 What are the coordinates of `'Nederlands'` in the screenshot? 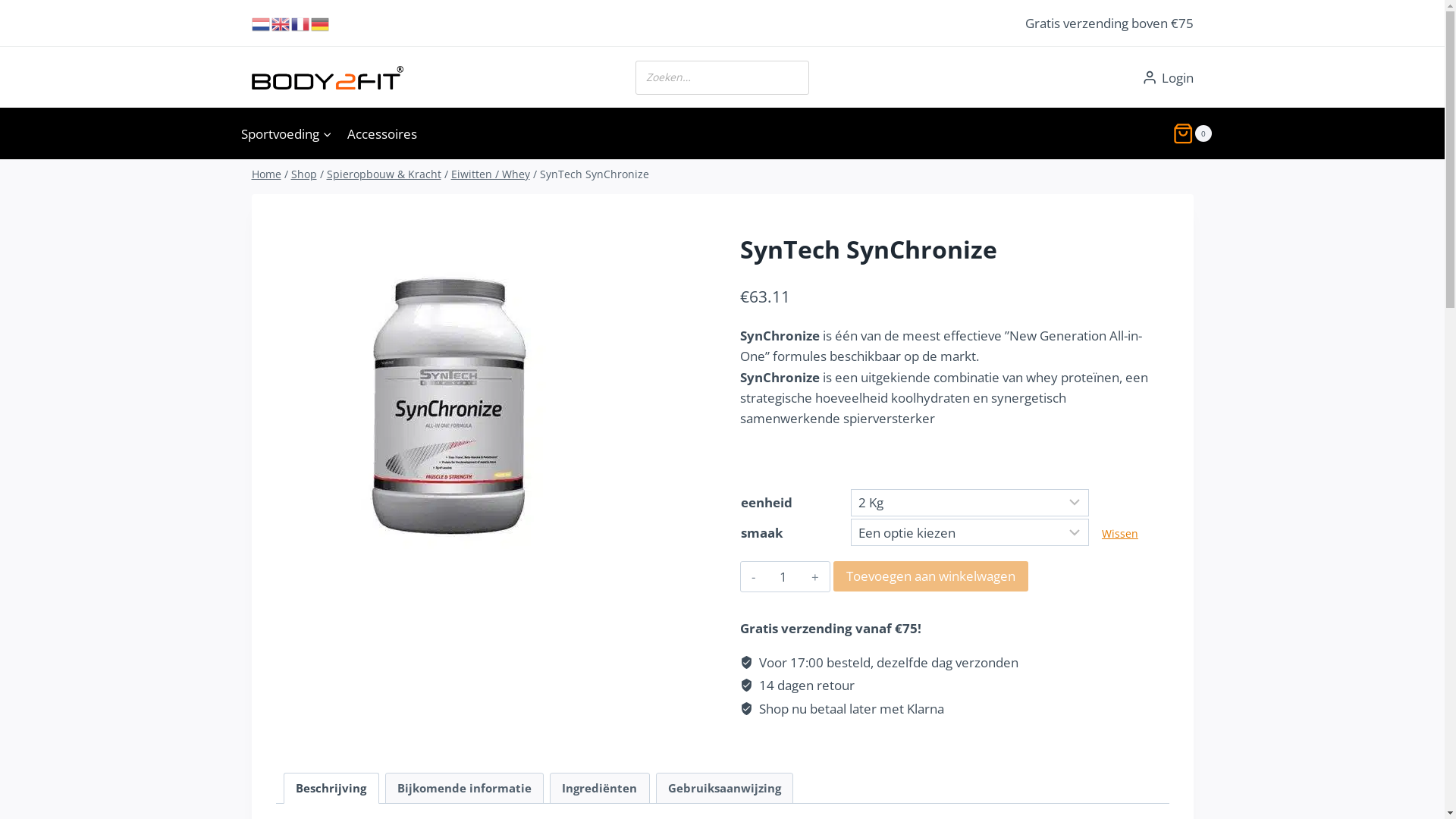 It's located at (251, 23).